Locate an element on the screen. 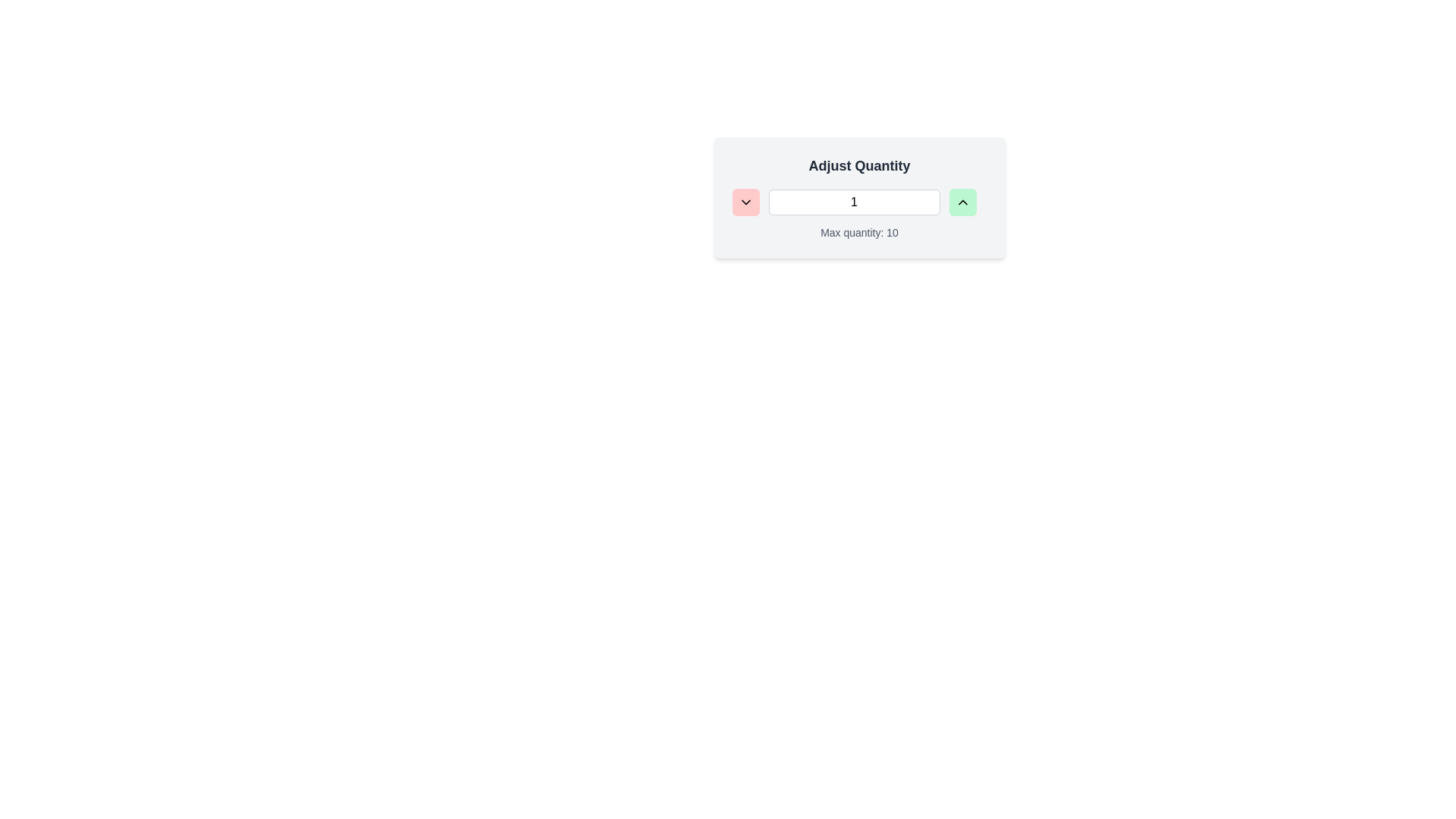  the quantity input field of the composite UI component for manually adjusting the value is located at coordinates (859, 197).